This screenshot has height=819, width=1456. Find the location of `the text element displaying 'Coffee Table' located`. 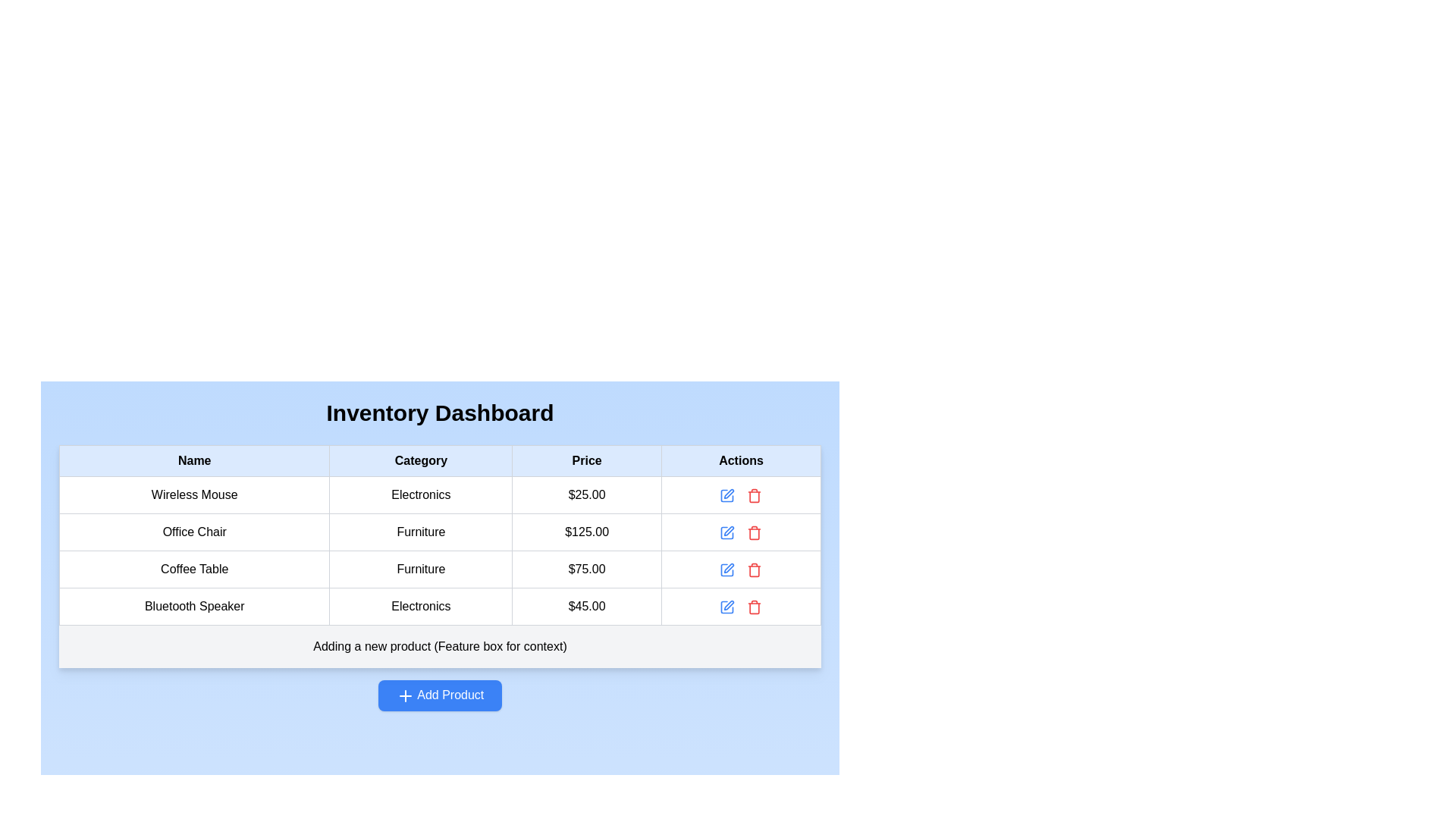

the text element displaying 'Coffee Table' located is located at coordinates (193, 570).